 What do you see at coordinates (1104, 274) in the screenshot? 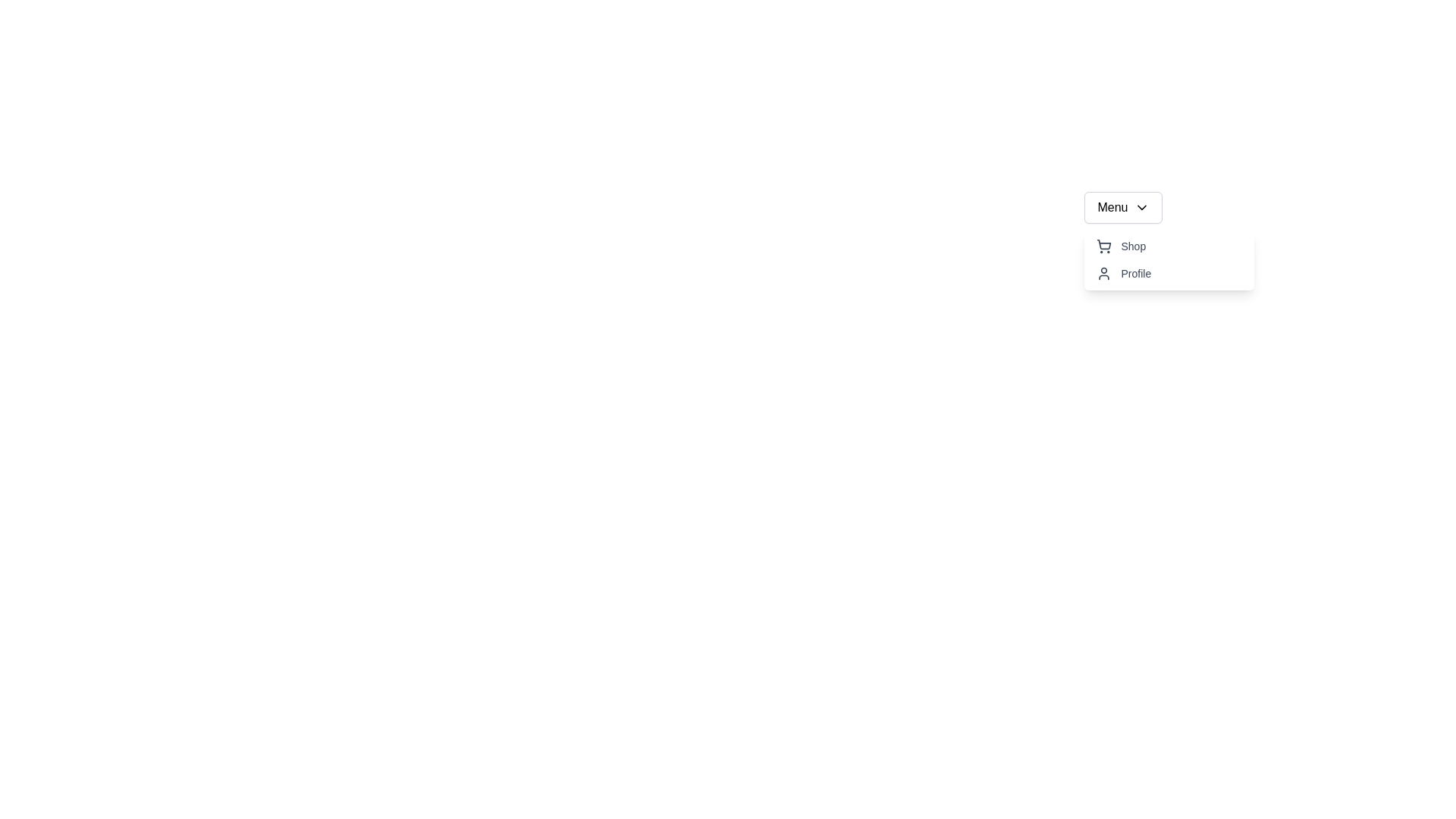
I see `the user silhouette icon located to the left of the 'Profile' text in the dropdown menu` at bounding box center [1104, 274].